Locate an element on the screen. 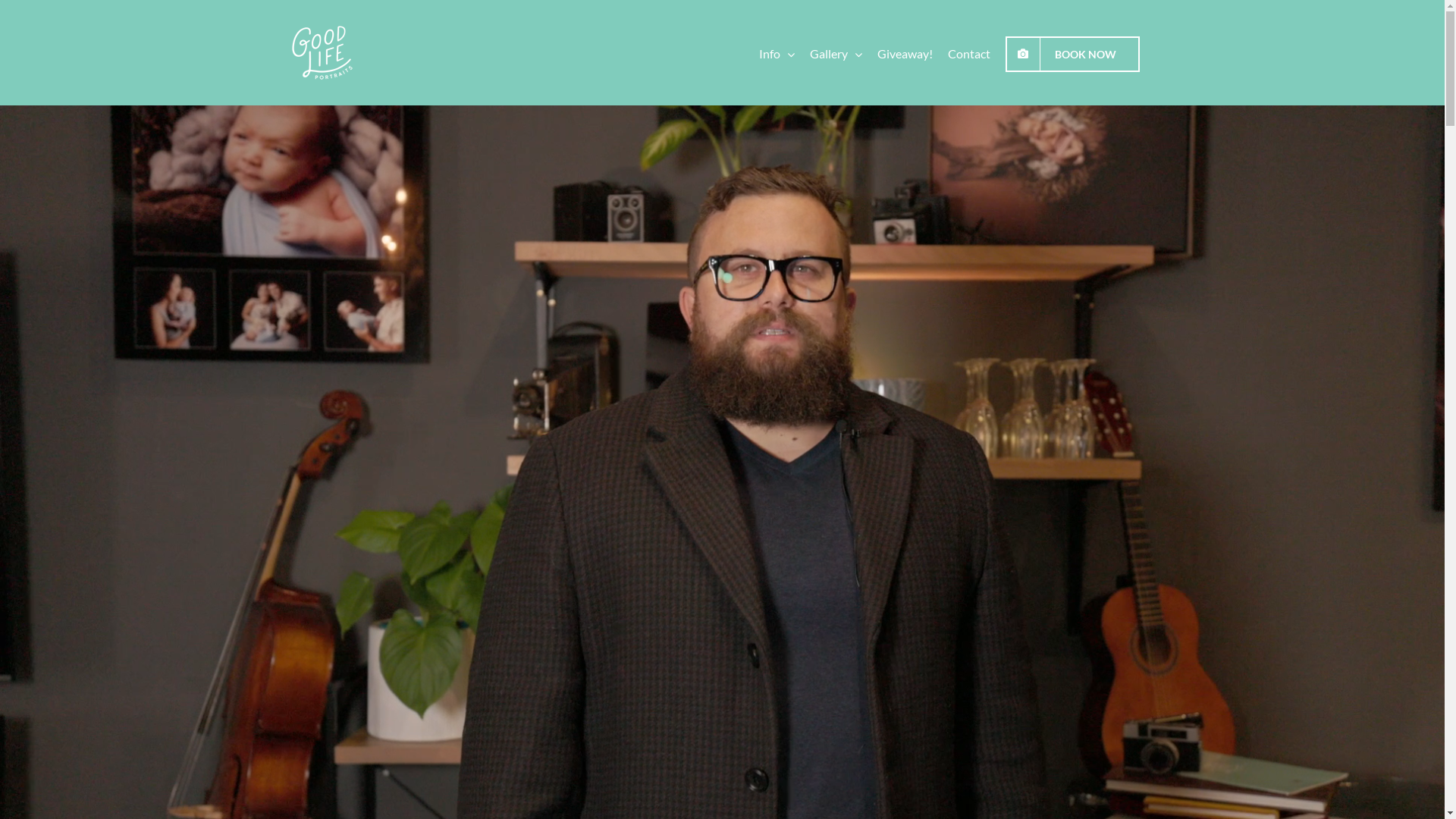 This screenshot has height=819, width=1456. 'Contact' is located at coordinates (968, 52).